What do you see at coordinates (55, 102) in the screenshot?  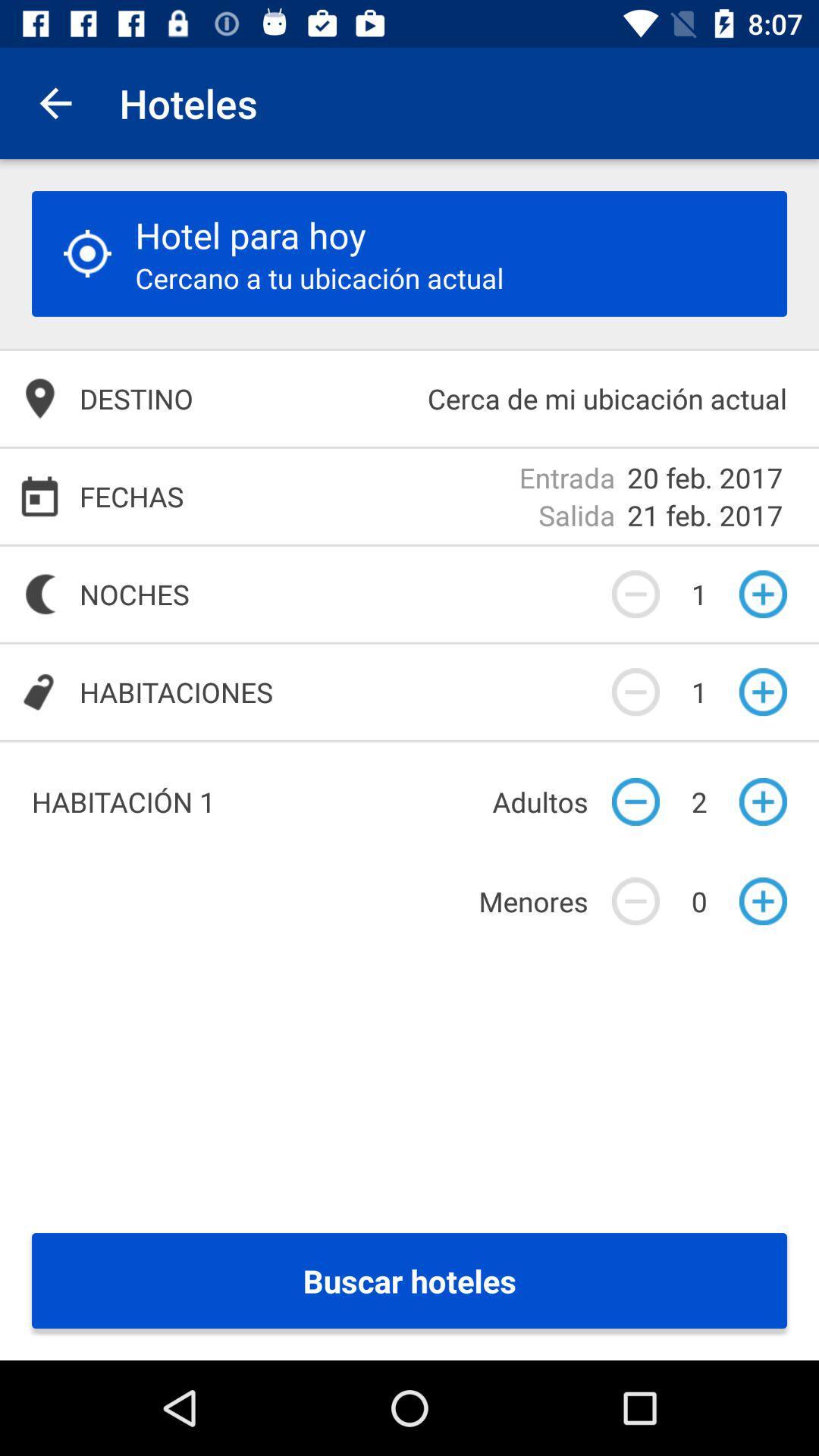 I see `the app next to hoteles icon` at bounding box center [55, 102].